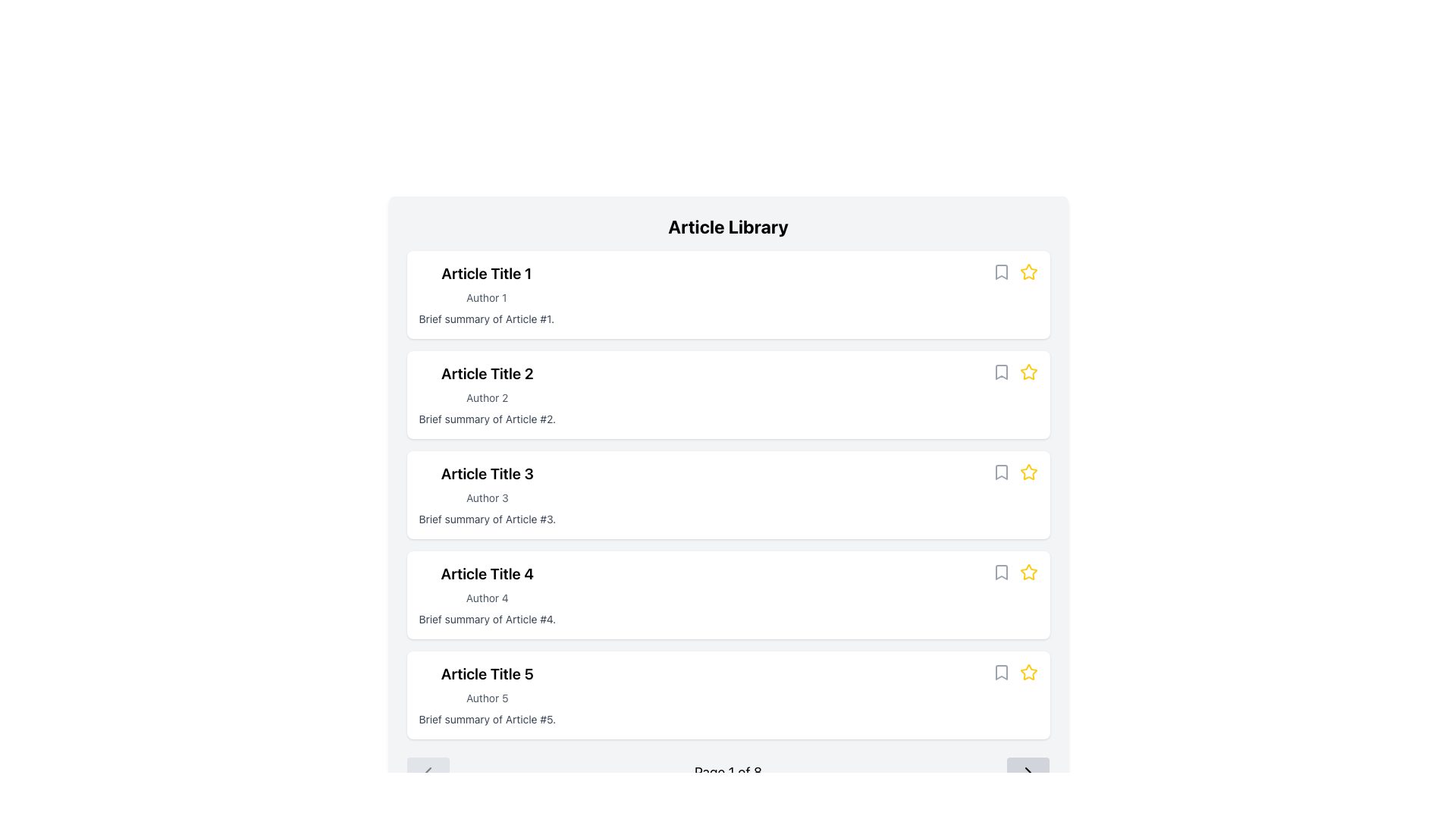 The width and height of the screenshot is (1456, 819). Describe the element at coordinates (487, 620) in the screenshot. I see `and copy the text summarizing the content of the fourth article in the list, located directly below 'Author 4' and 'Article Title 4'` at that location.